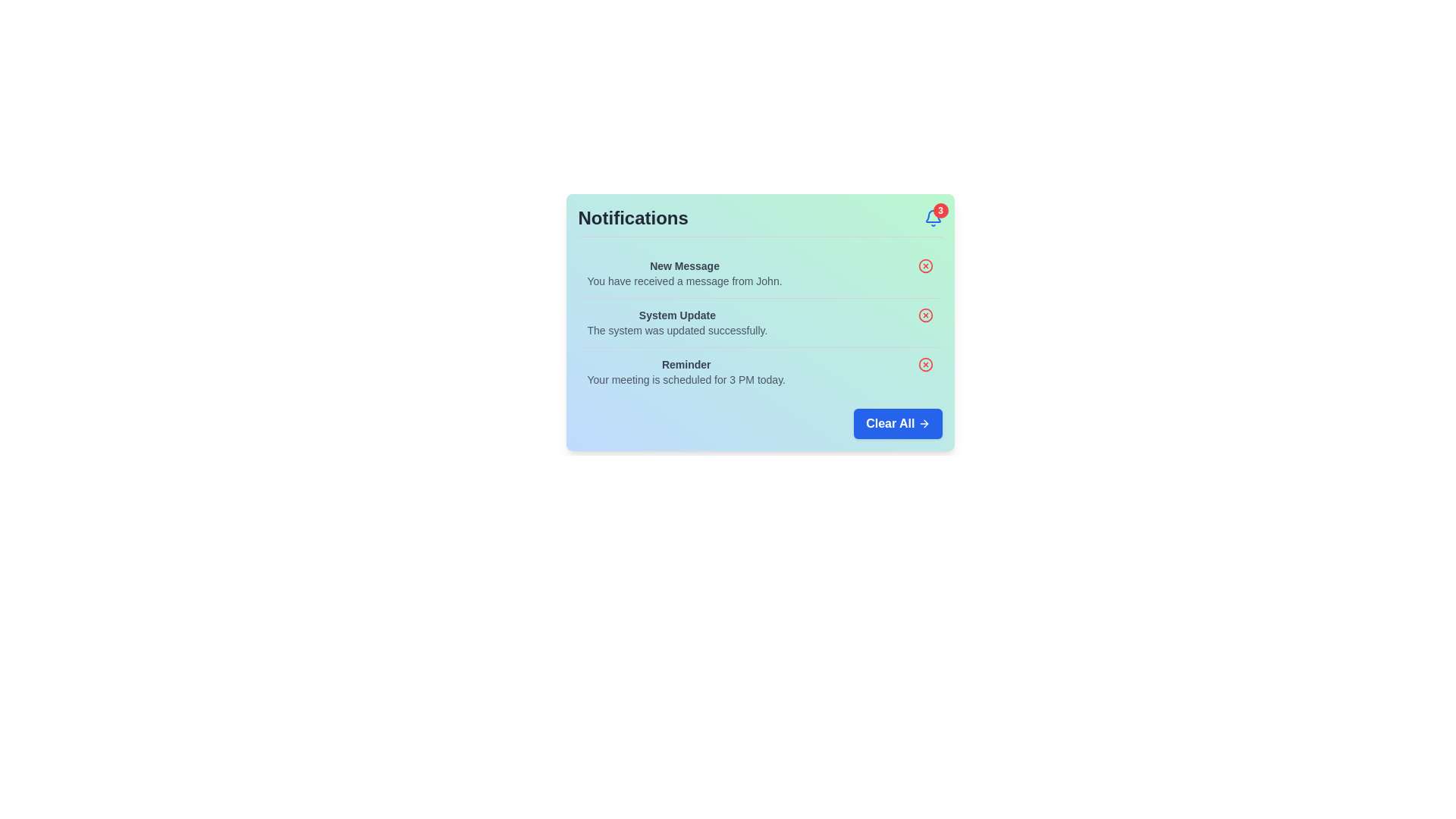  I want to click on the 'Clear All' button, which is a rectangular button with rounded corners, styled in blue with white bold text and an arrow icon, located at the bottom-right corner of the notification box, so click(898, 424).